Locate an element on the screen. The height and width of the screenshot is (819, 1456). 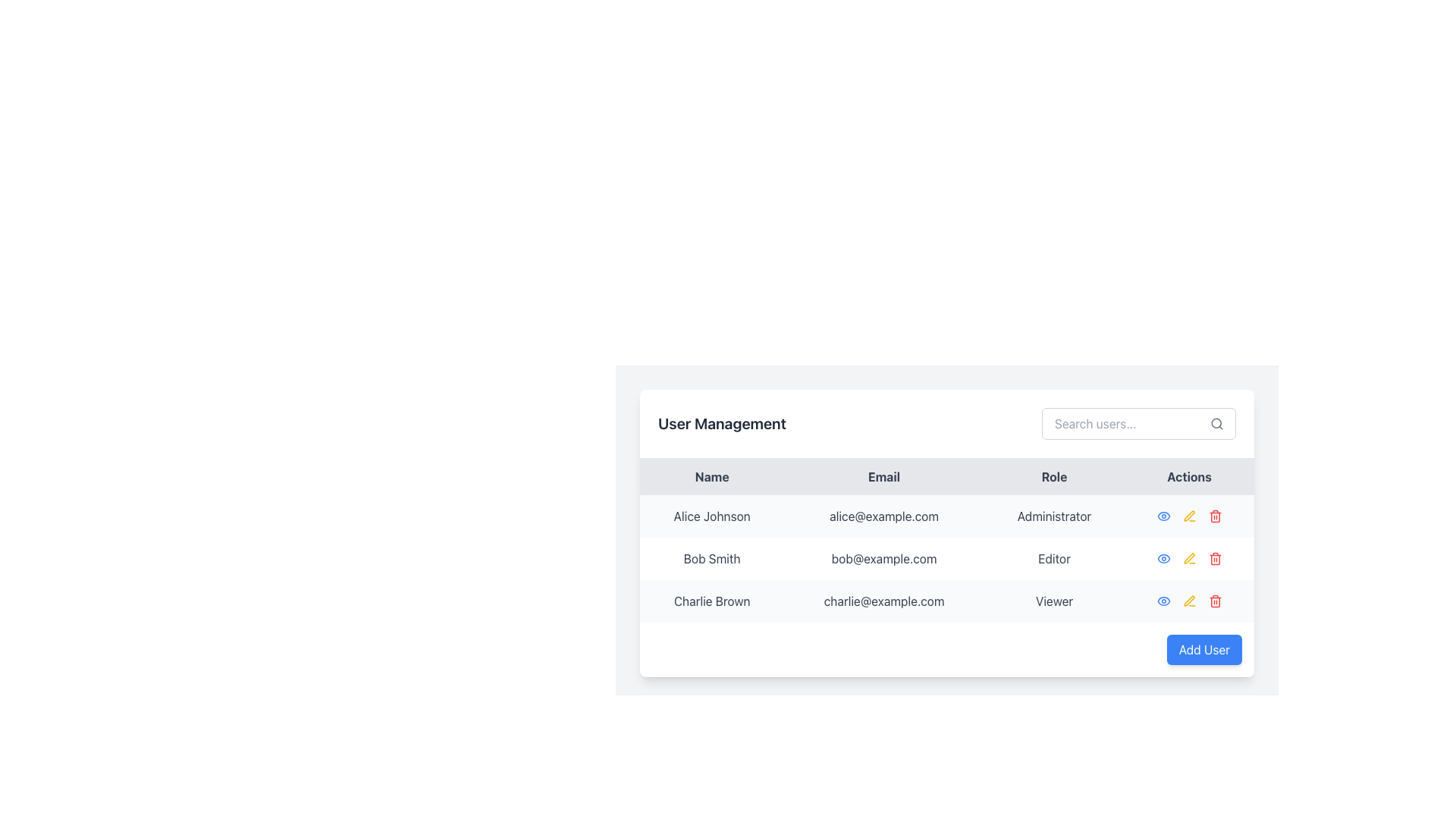
the second row in the User Management table that contains the data for 'Bob Smith', which includes cells for 'Name', 'Email', 'Role', and 'Actions' is located at coordinates (946, 558).